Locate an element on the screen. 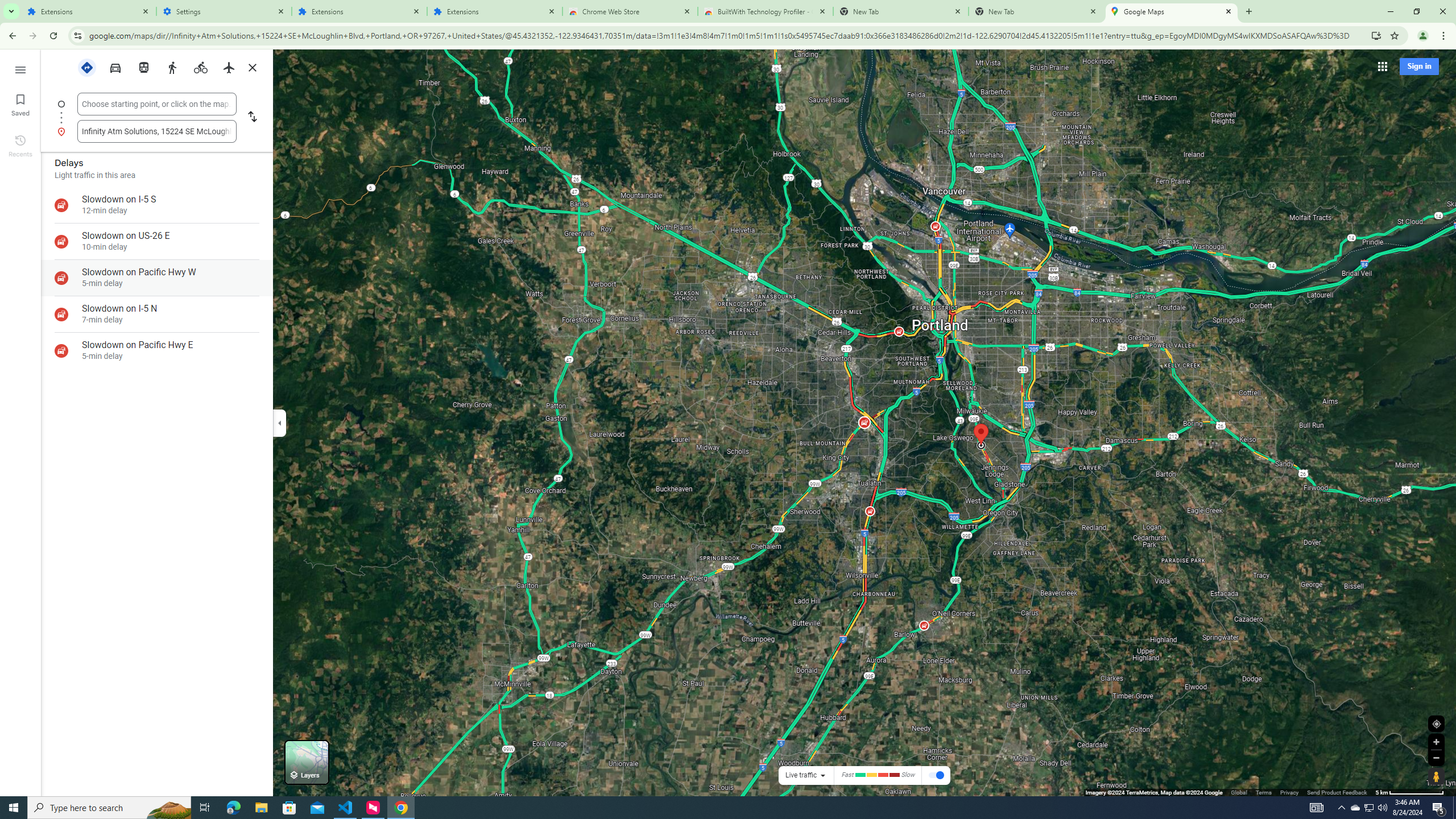  'Reverse starting point and destination' is located at coordinates (251, 117).